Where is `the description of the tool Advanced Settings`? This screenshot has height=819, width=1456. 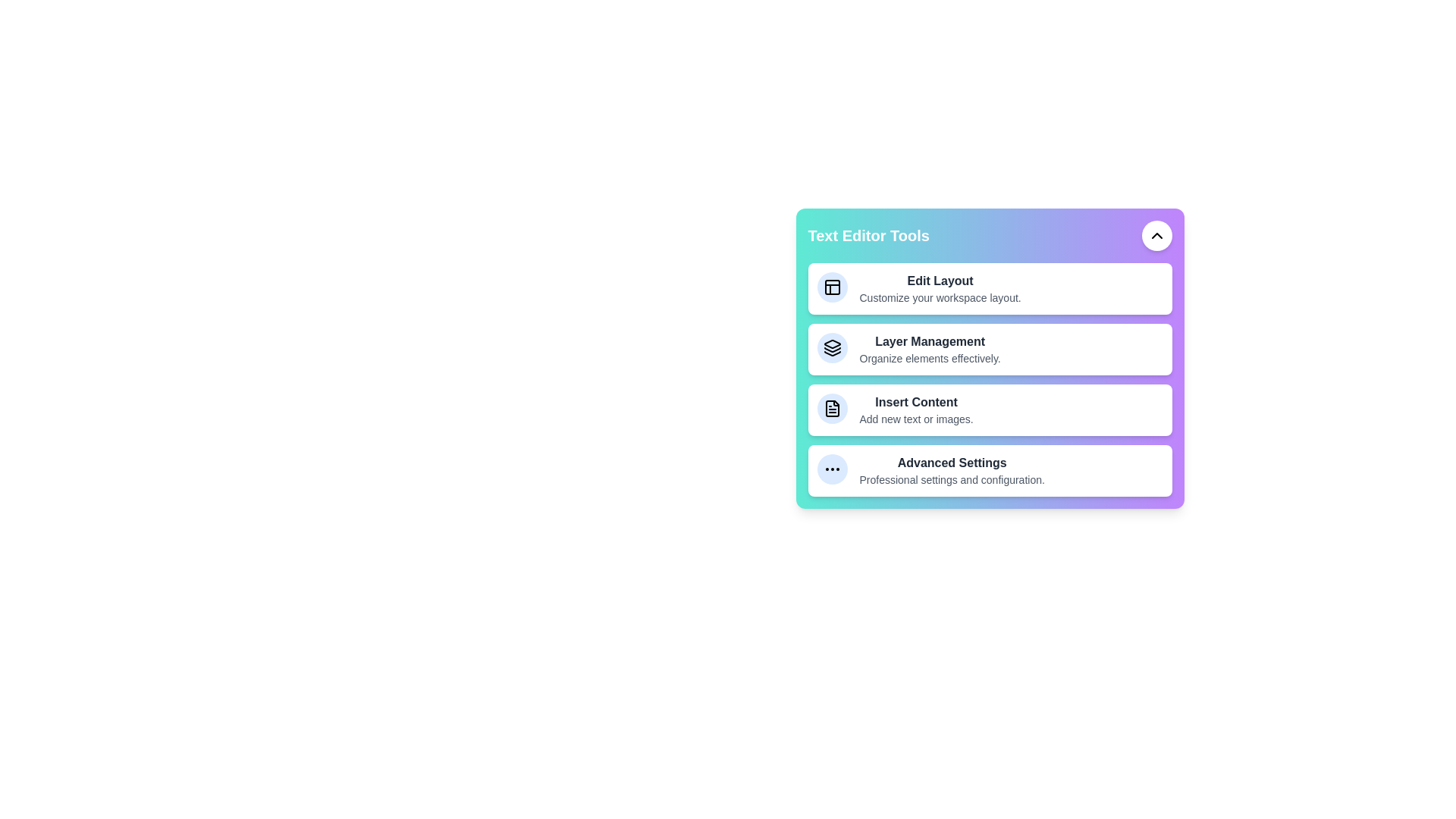 the description of the tool Advanced Settings is located at coordinates (910, 454).